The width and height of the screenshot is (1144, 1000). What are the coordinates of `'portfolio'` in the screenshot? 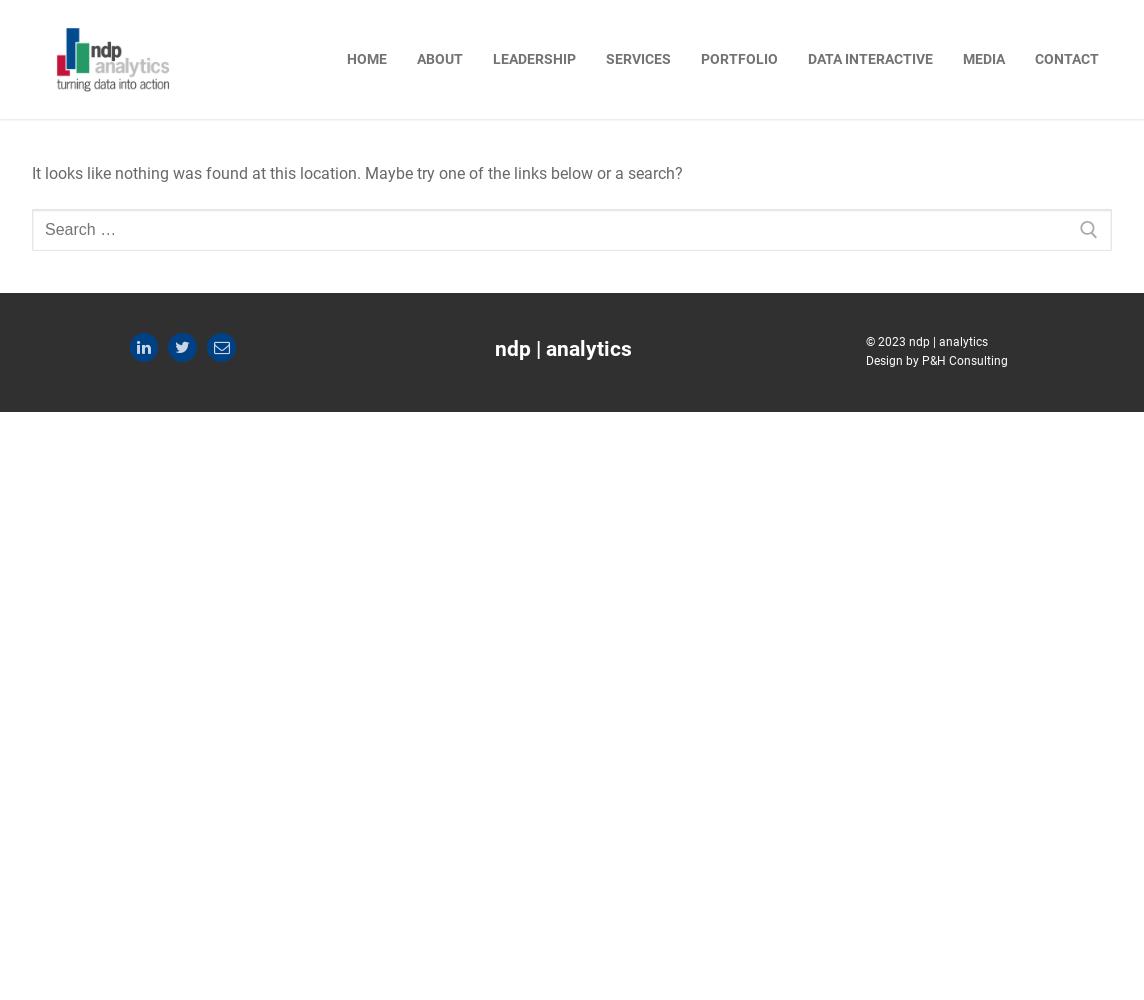 It's located at (701, 58).